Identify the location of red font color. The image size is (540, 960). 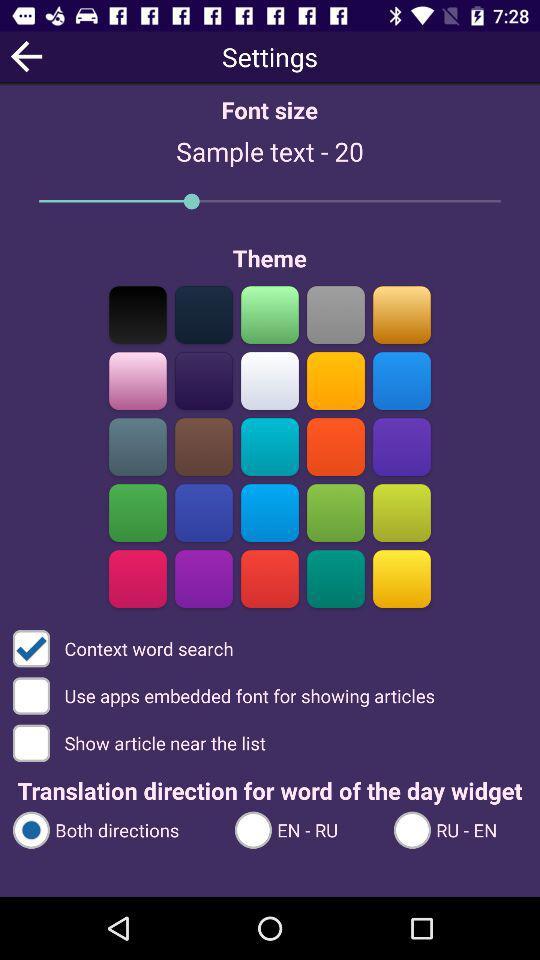
(335, 446).